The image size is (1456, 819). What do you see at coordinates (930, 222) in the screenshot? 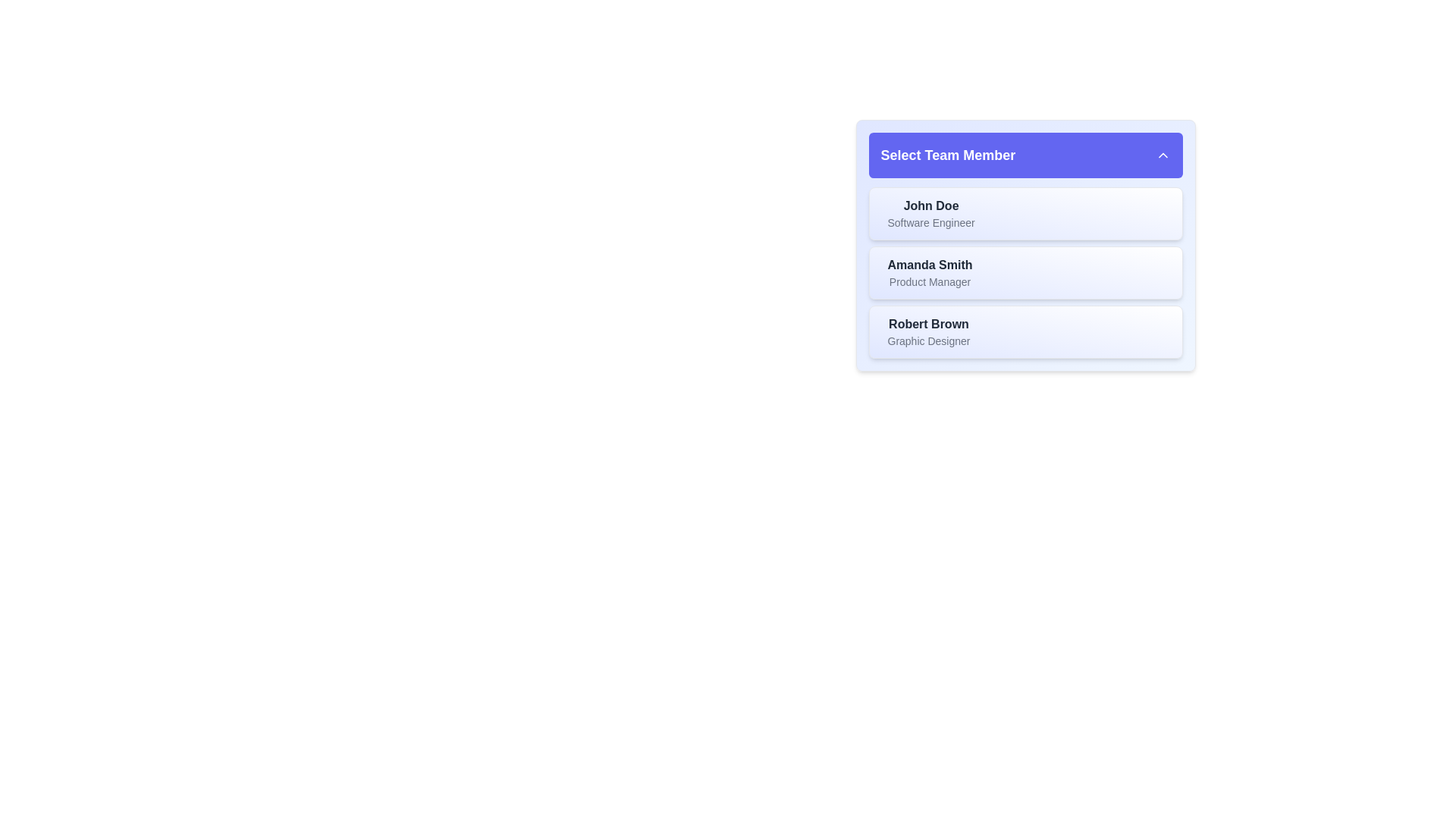
I see `the static text label displaying 'Software Engineer', which is positioned below the bold 'John Doe' text within a dropdown menu` at bounding box center [930, 222].